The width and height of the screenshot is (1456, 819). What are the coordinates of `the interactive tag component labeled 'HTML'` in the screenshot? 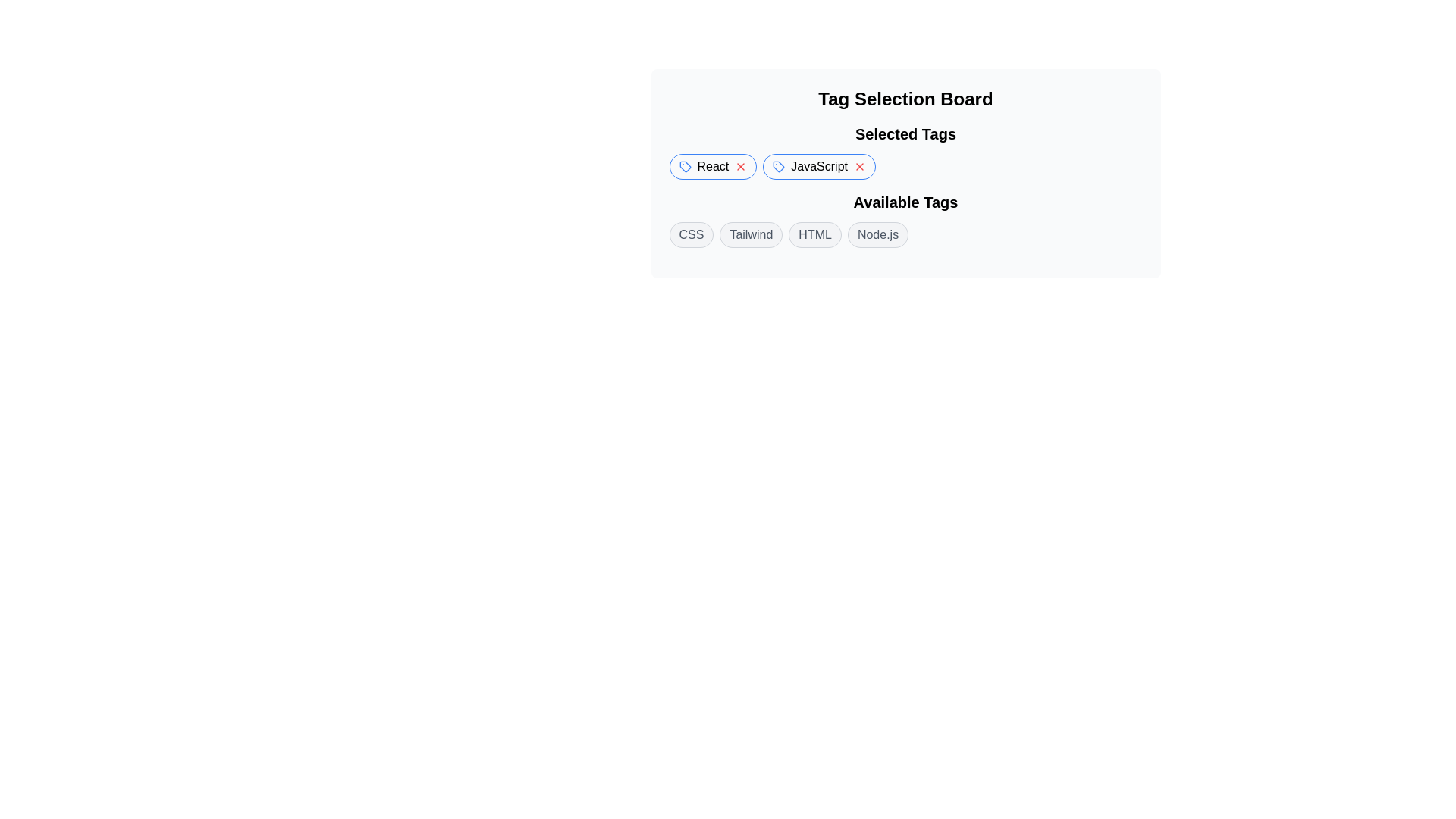 It's located at (814, 234).